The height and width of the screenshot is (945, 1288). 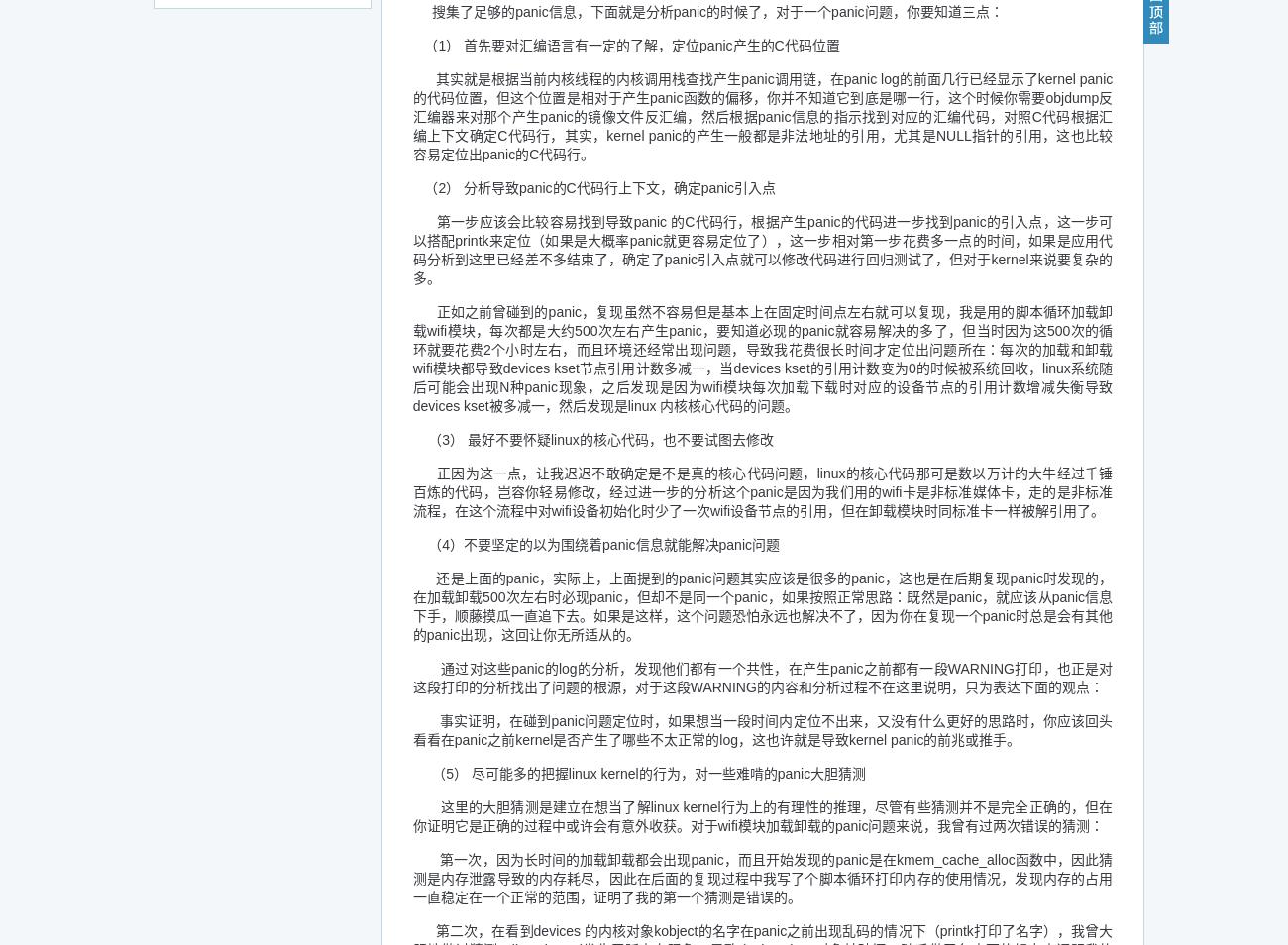 I want to click on '第一步应该会比较容易找到导致panic 的C代码行，根据产生panic的代码进一步找到panic的引入点，这一步可以搭配printk来定位（如果是大概率panic就更容易定位了），这一步相对第一步花费多一点的时间，如果是应用代码分析到这里已经差不多结束了，确定了panic引入点就可以修改代码进行回归测试了，但对于kernel来说要复杂的多。', so click(x=761, y=250).